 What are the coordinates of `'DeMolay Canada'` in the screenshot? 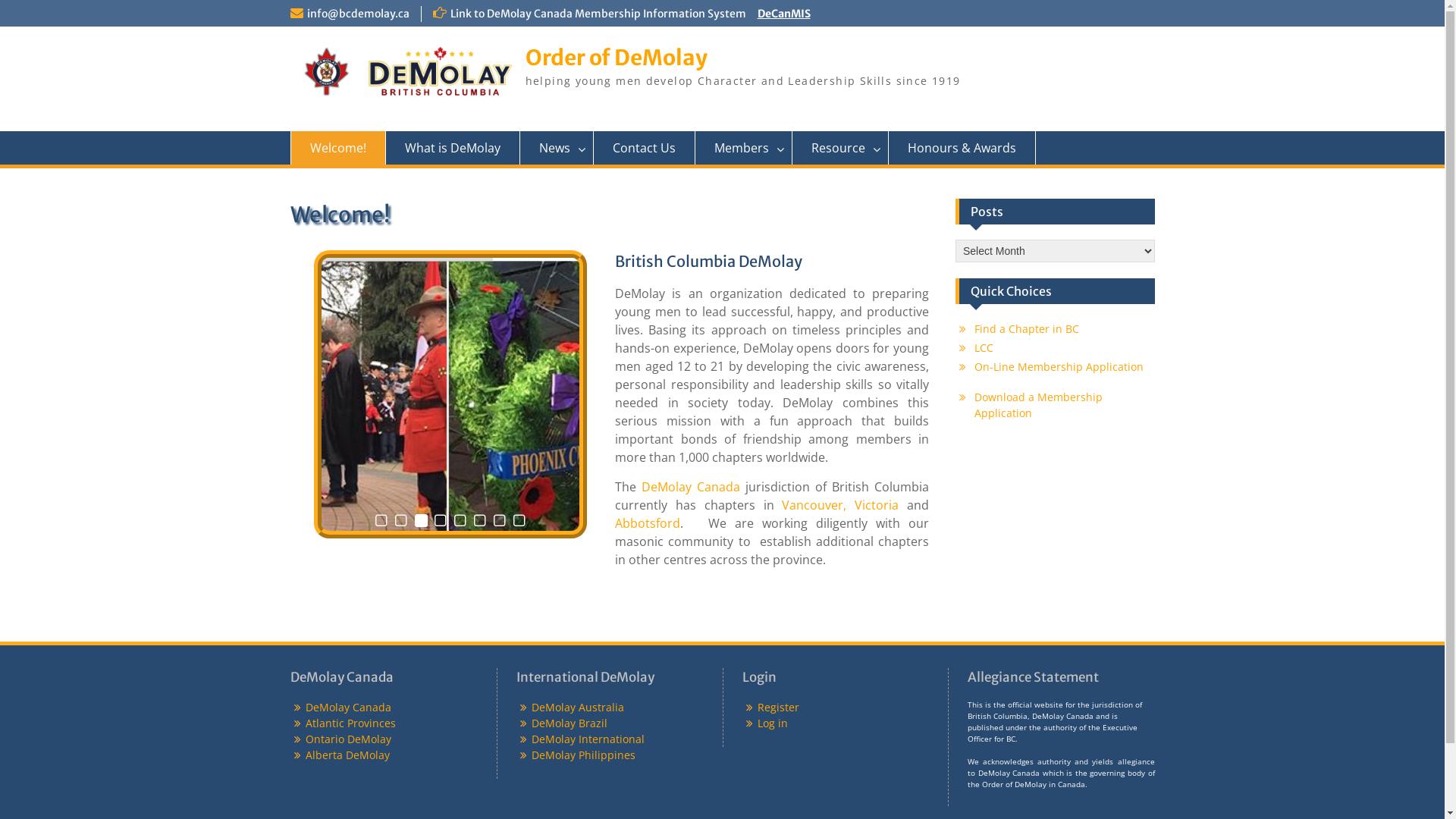 It's located at (347, 707).